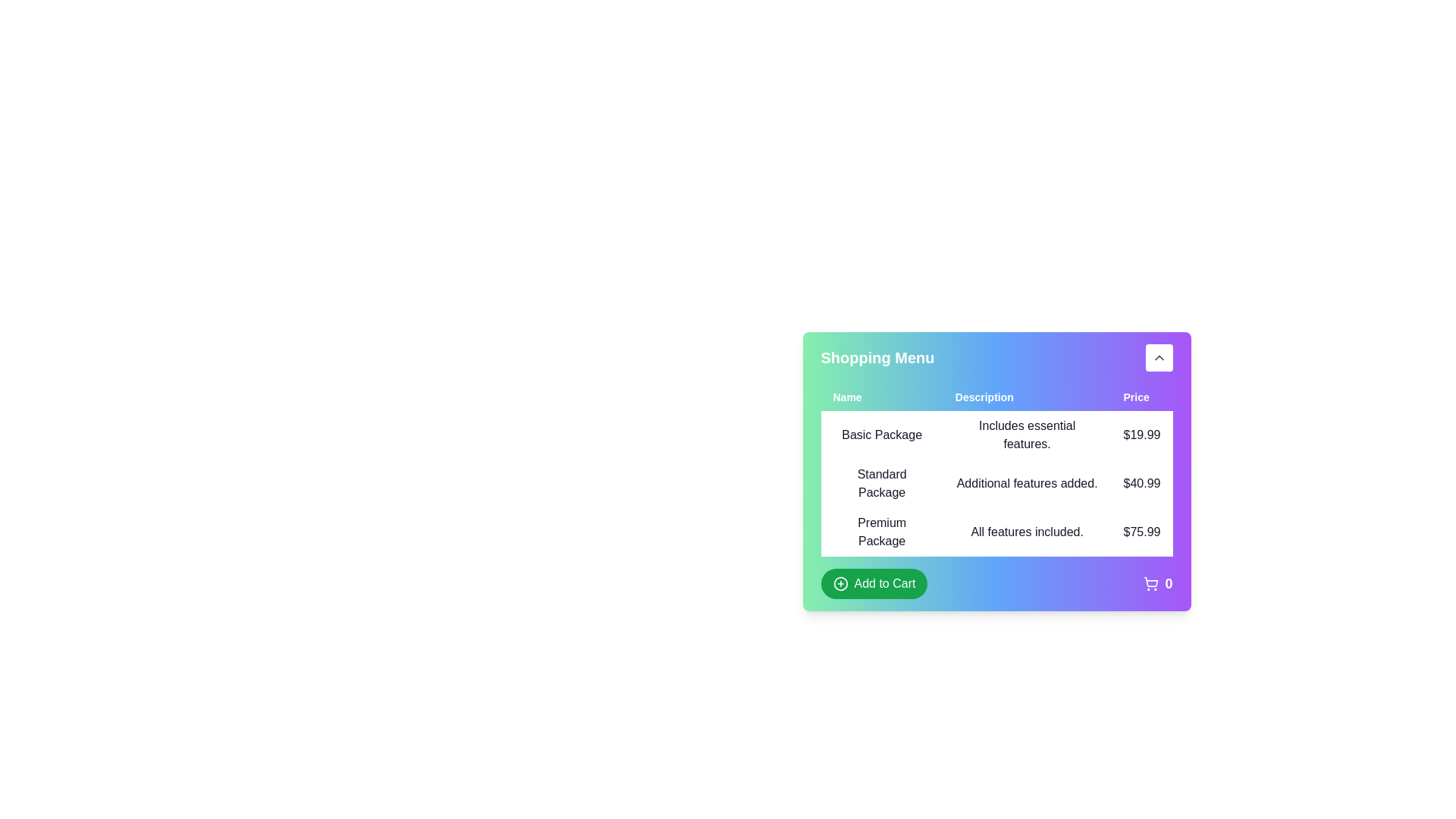 The width and height of the screenshot is (1456, 819). I want to click on the 'Standard Package' list item in the shopping menu, so click(996, 483).